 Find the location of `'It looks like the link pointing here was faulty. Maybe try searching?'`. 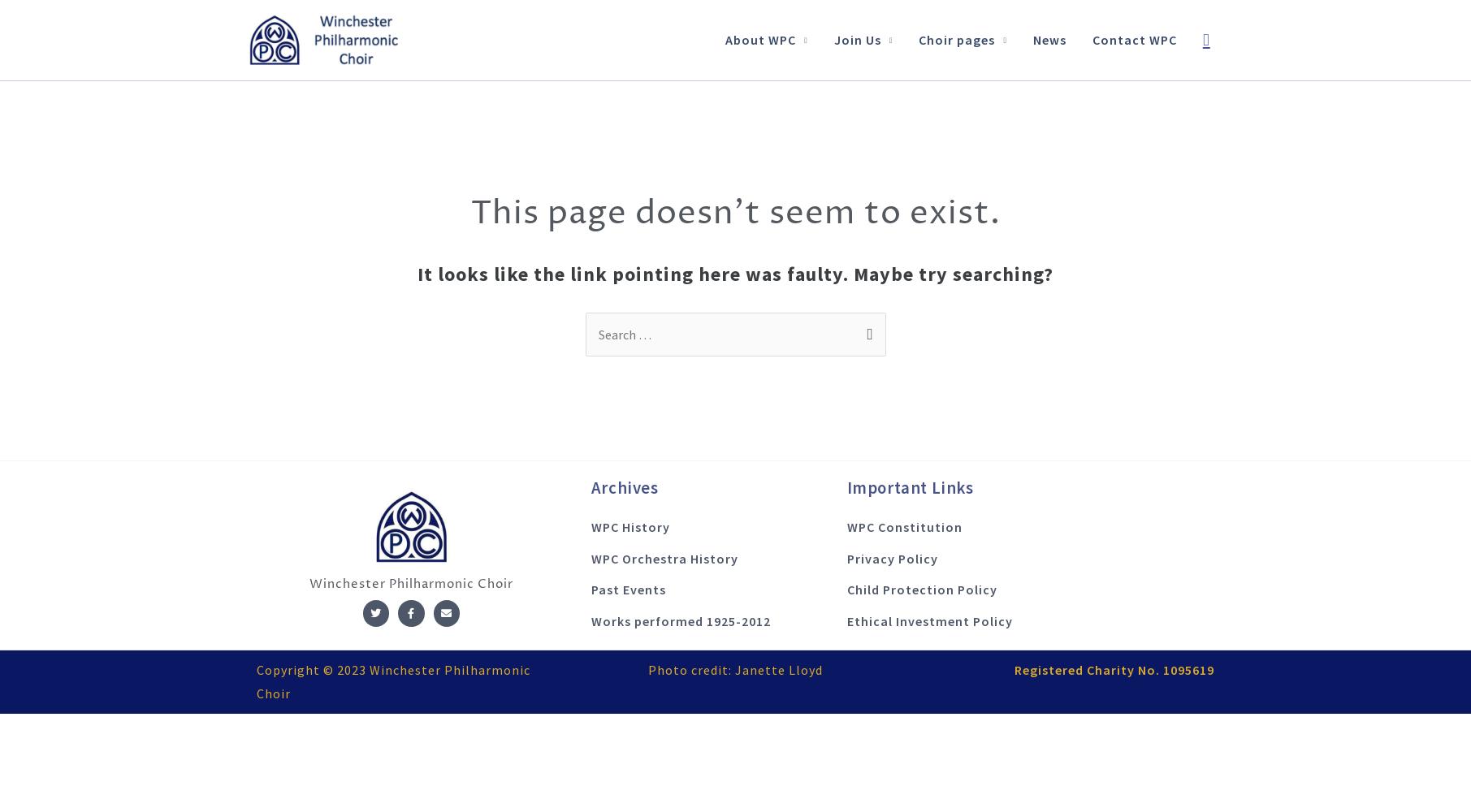

'It looks like the link pointing here was faulty. Maybe try searching?' is located at coordinates (735, 272).